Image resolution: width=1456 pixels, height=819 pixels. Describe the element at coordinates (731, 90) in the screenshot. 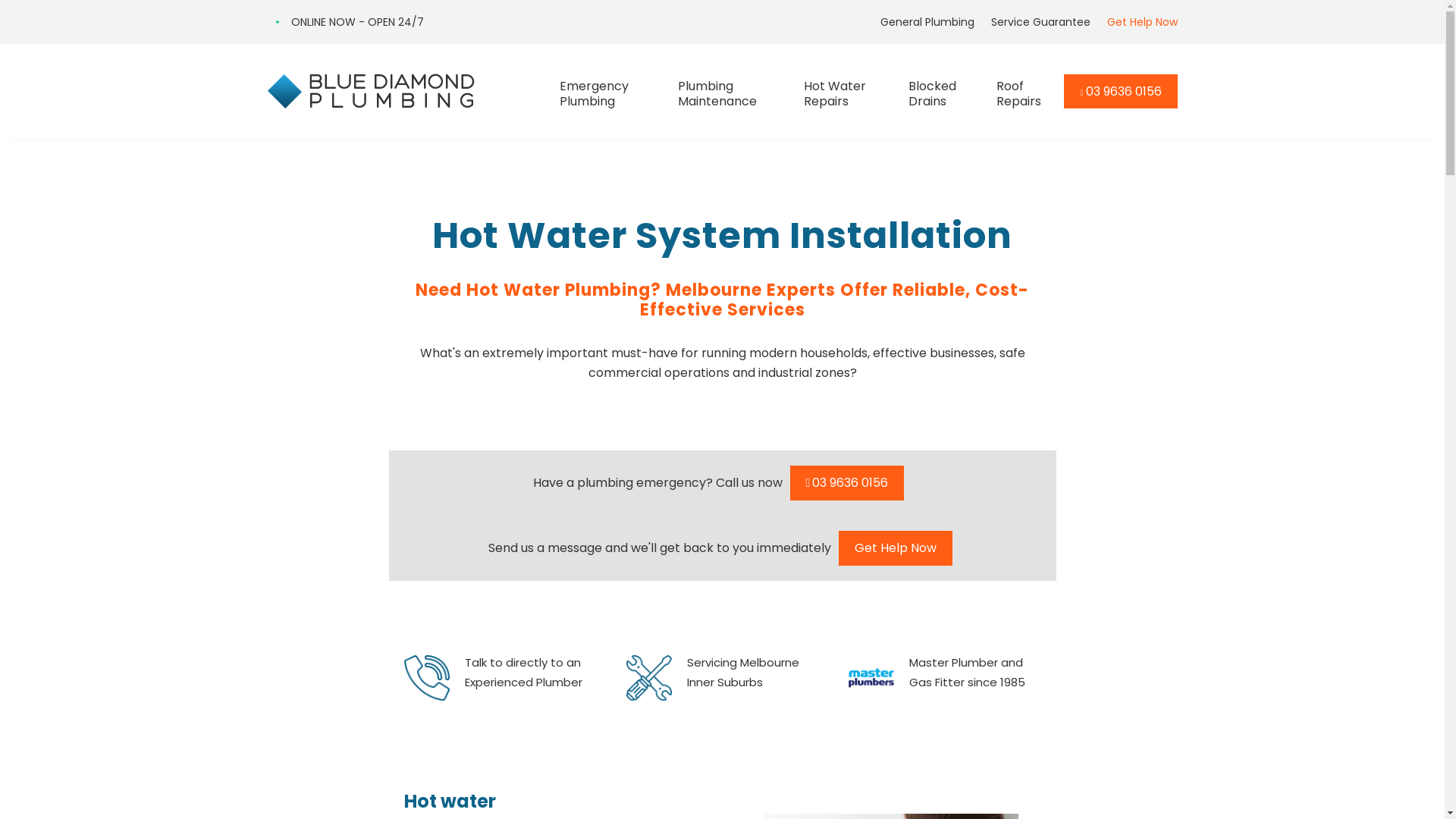

I see `'Plumbing Maintenance'` at that location.